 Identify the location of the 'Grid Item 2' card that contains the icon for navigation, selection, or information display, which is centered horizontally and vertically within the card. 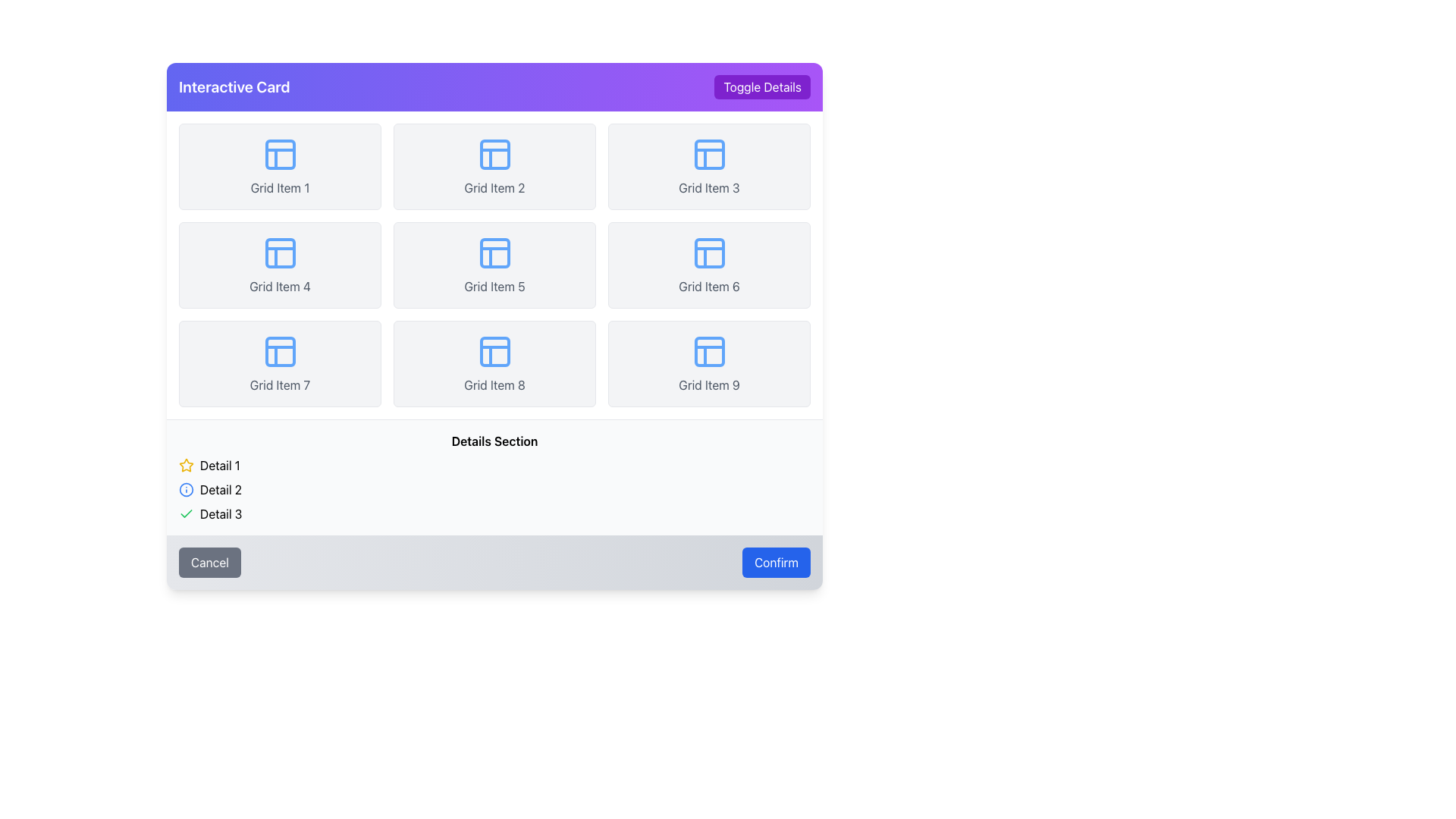
(494, 155).